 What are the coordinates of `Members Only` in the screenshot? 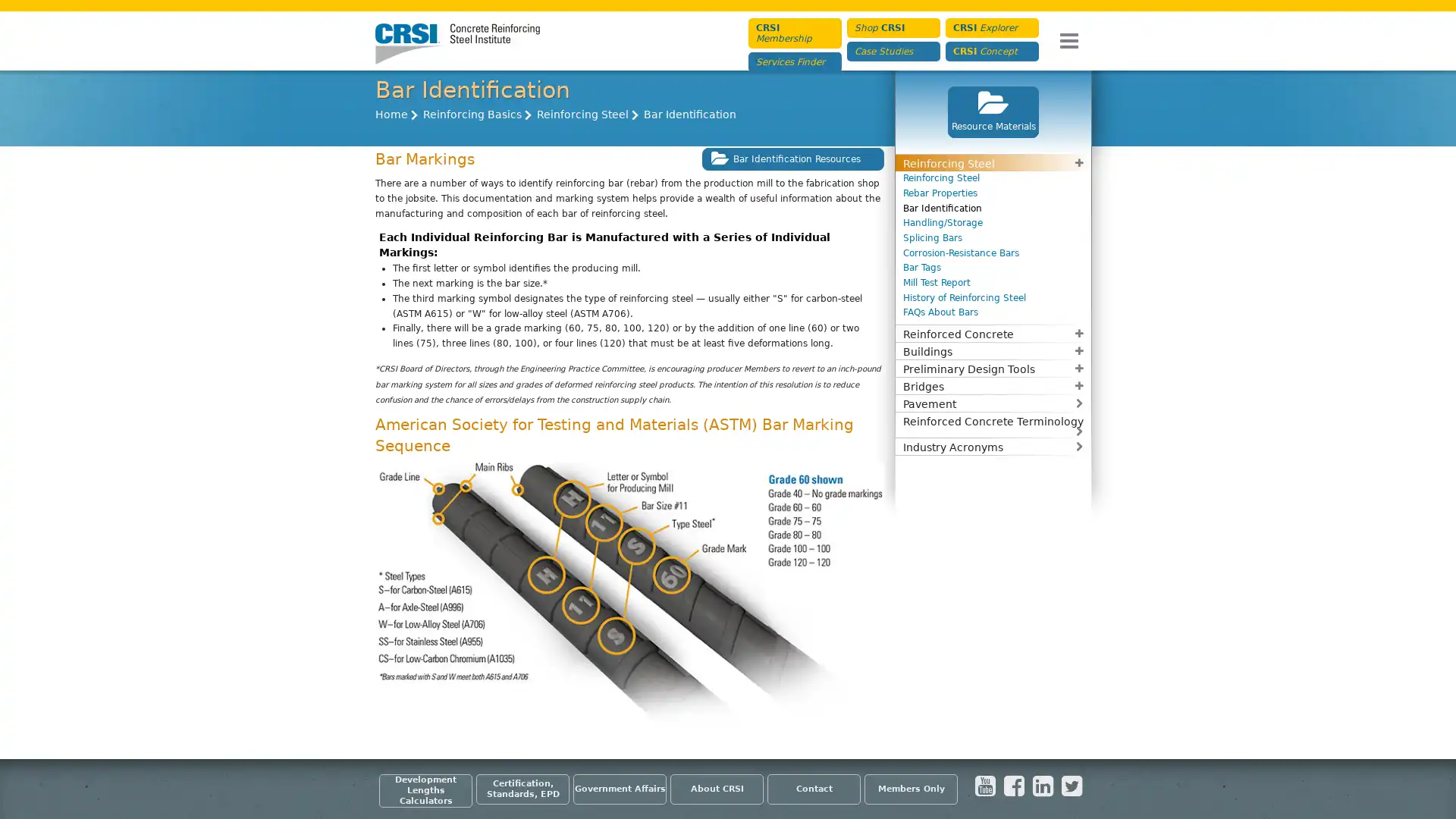 It's located at (910, 788).